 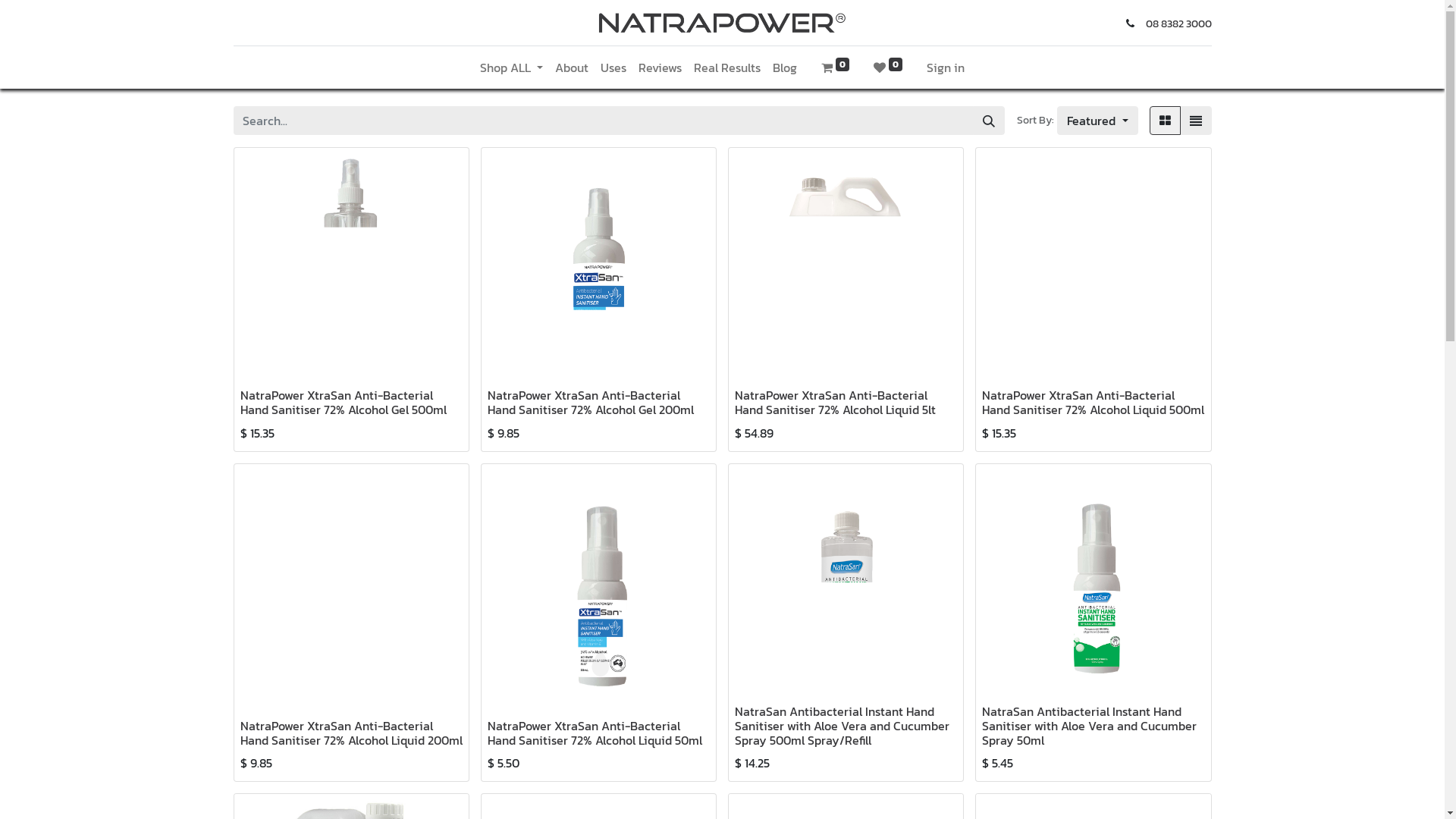 I want to click on 'Reviews', so click(x=660, y=66).